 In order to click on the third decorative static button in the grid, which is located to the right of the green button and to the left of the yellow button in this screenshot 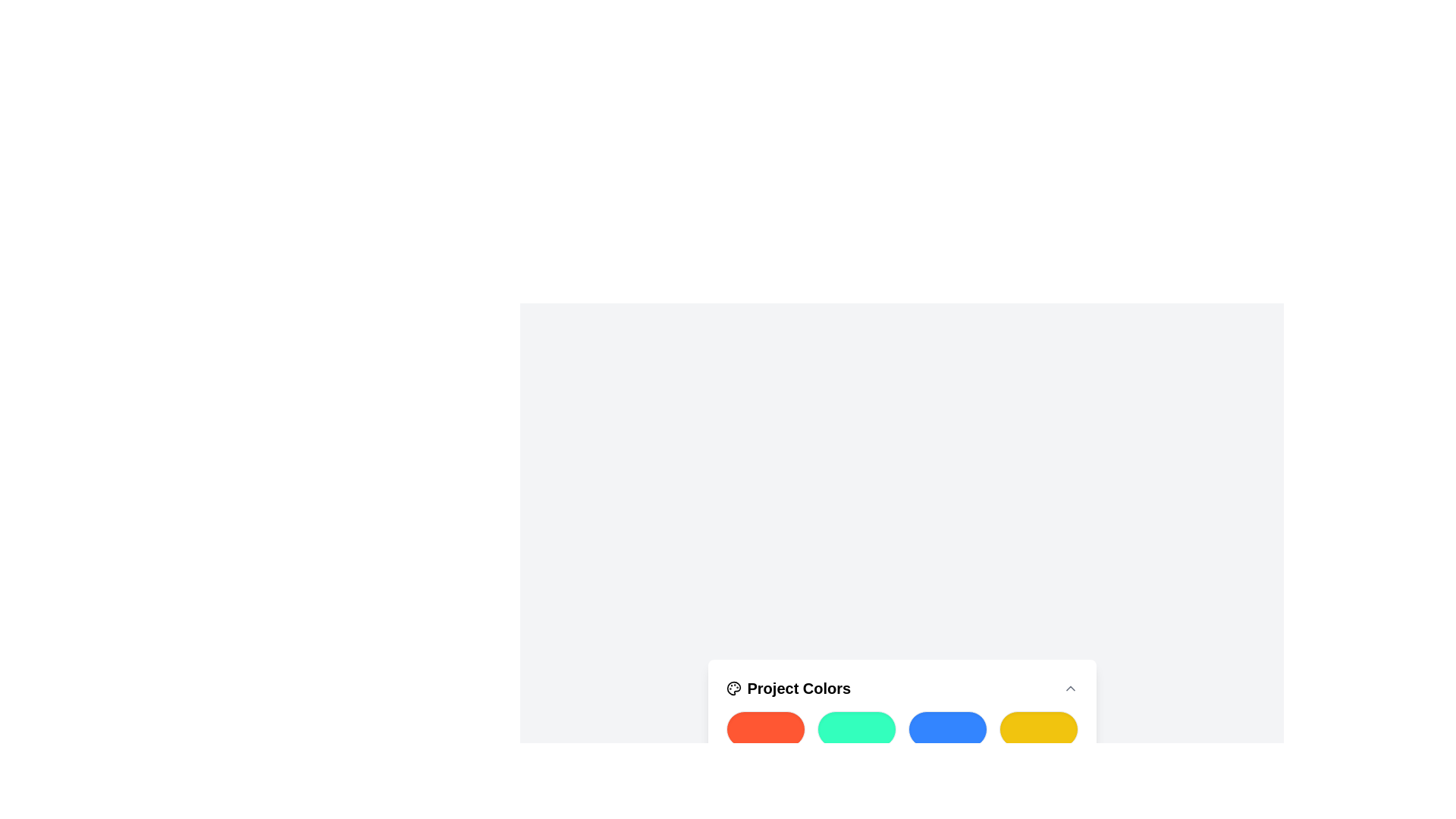, I will do `click(946, 728)`.